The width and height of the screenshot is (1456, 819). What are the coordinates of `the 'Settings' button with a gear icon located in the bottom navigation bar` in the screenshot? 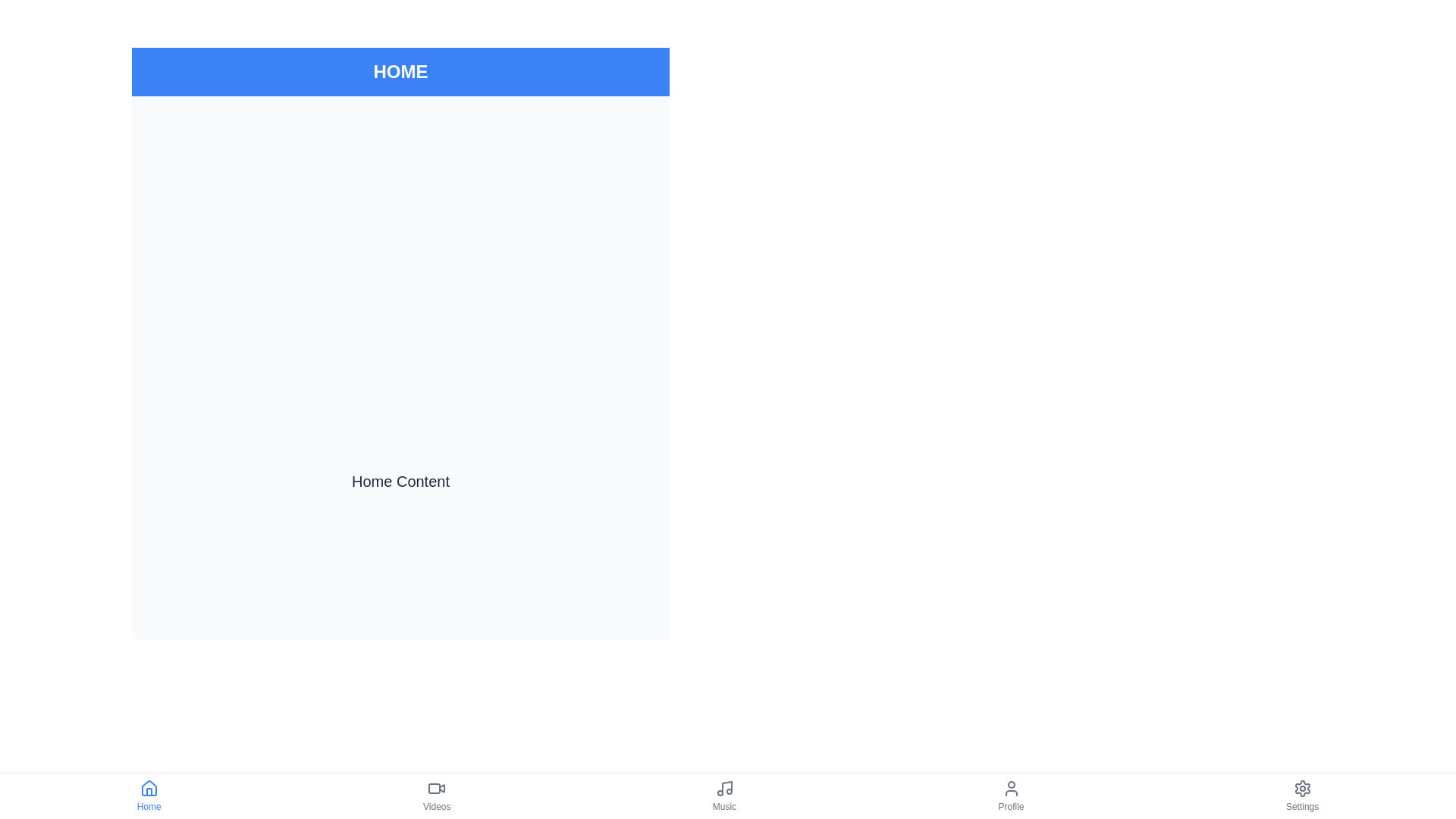 It's located at (1301, 795).